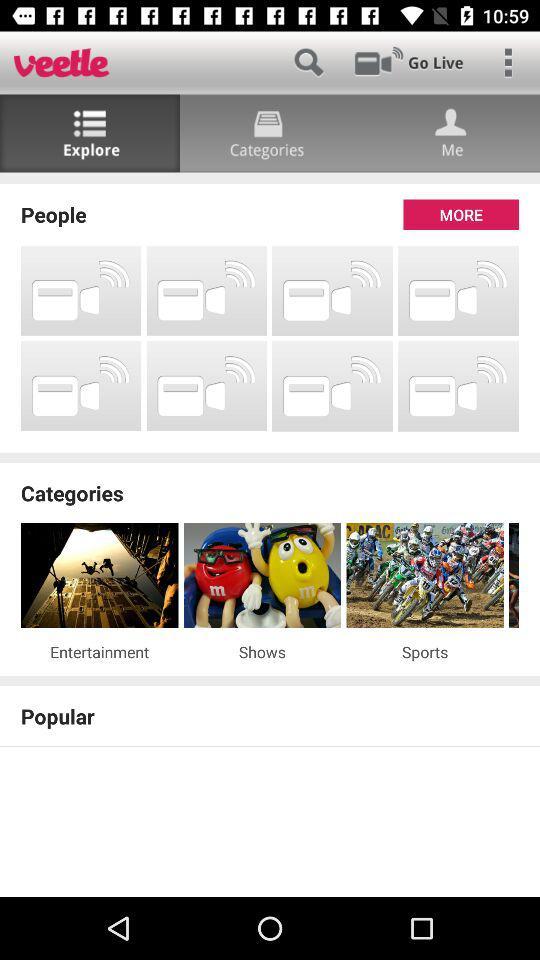 Image resolution: width=540 pixels, height=960 pixels. What do you see at coordinates (270, 716) in the screenshot?
I see `the popular icon` at bounding box center [270, 716].